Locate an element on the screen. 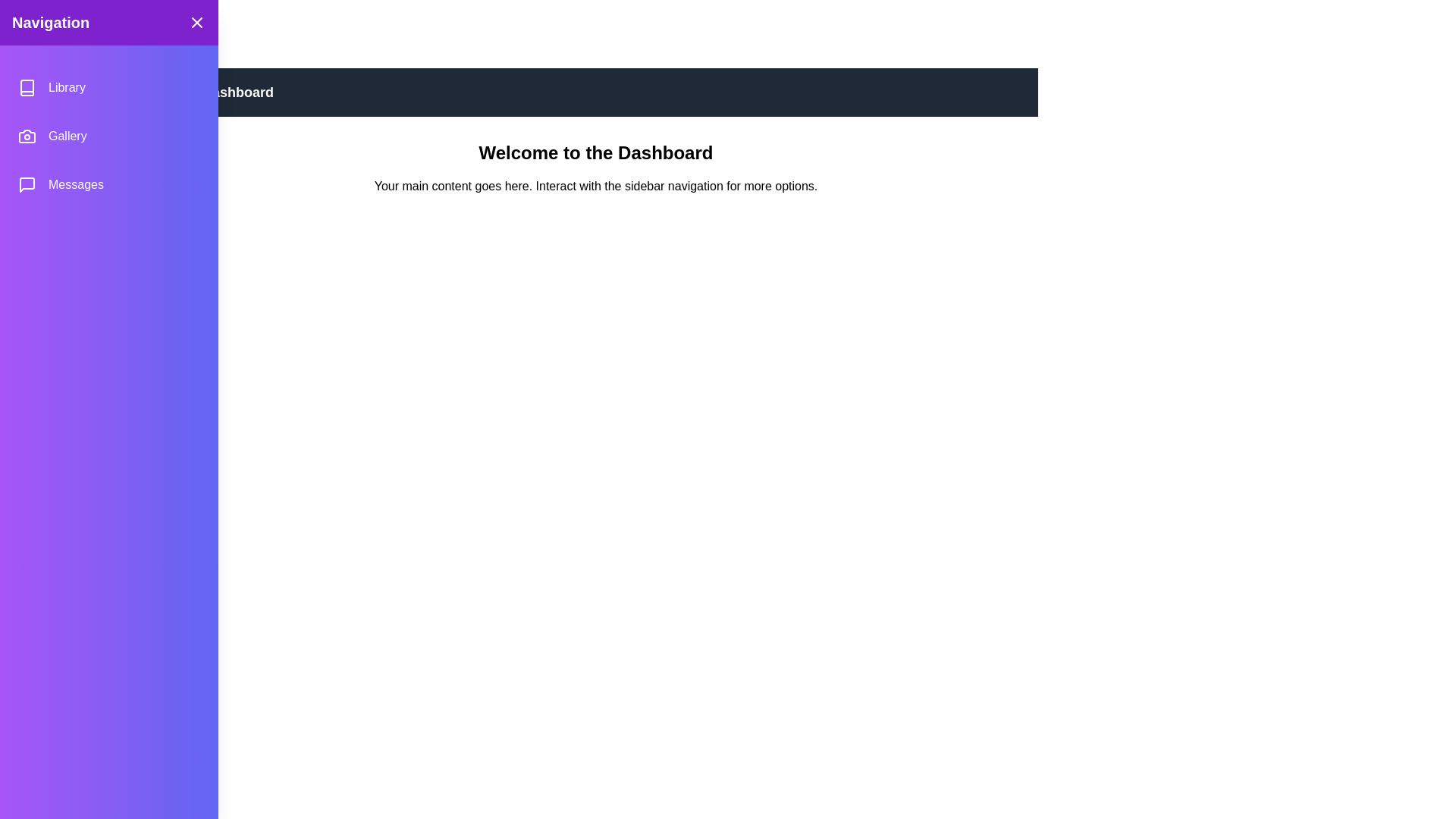 Image resolution: width=1456 pixels, height=819 pixels. the book-like icon in the sidebar navigation panel, located immediately to the left of the 'Library' text label is located at coordinates (27, 87).